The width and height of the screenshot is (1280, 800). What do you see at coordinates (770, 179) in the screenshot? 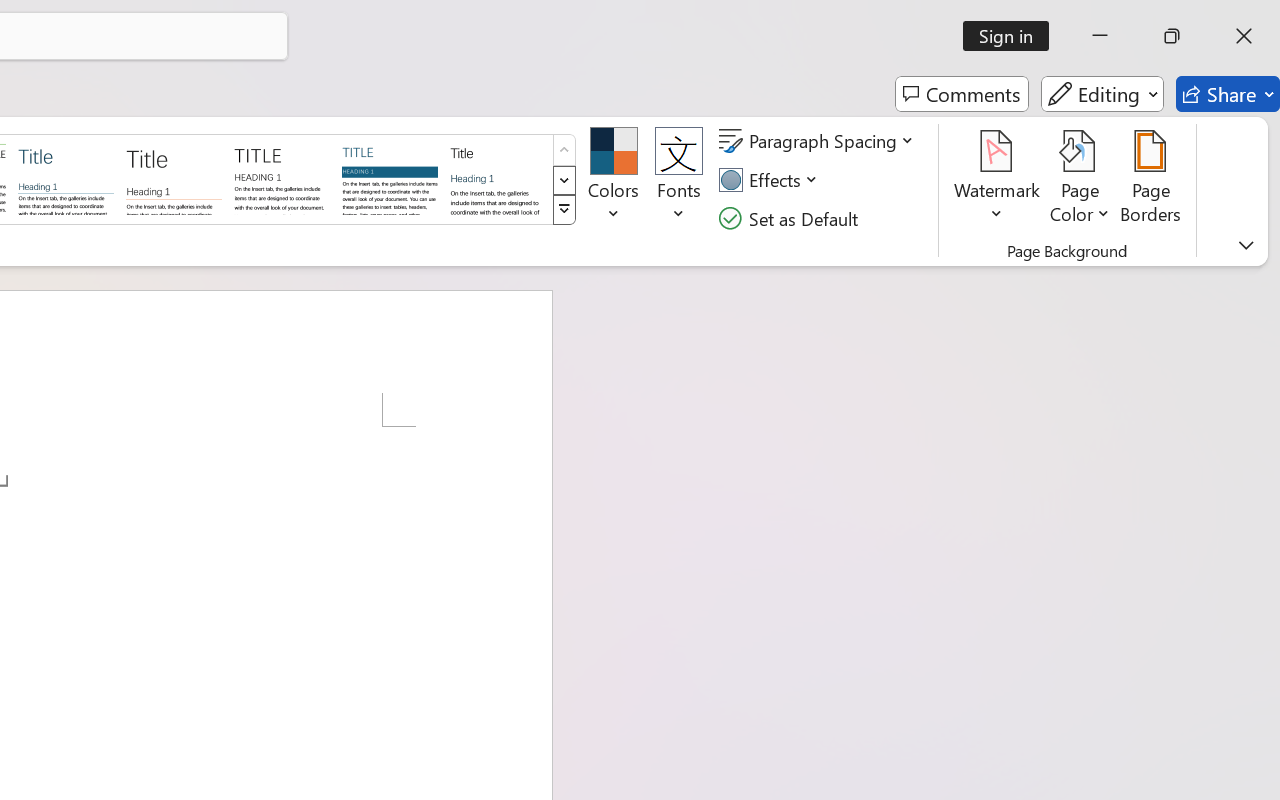
I see `'Effects'` at bounding box center [770, 179].